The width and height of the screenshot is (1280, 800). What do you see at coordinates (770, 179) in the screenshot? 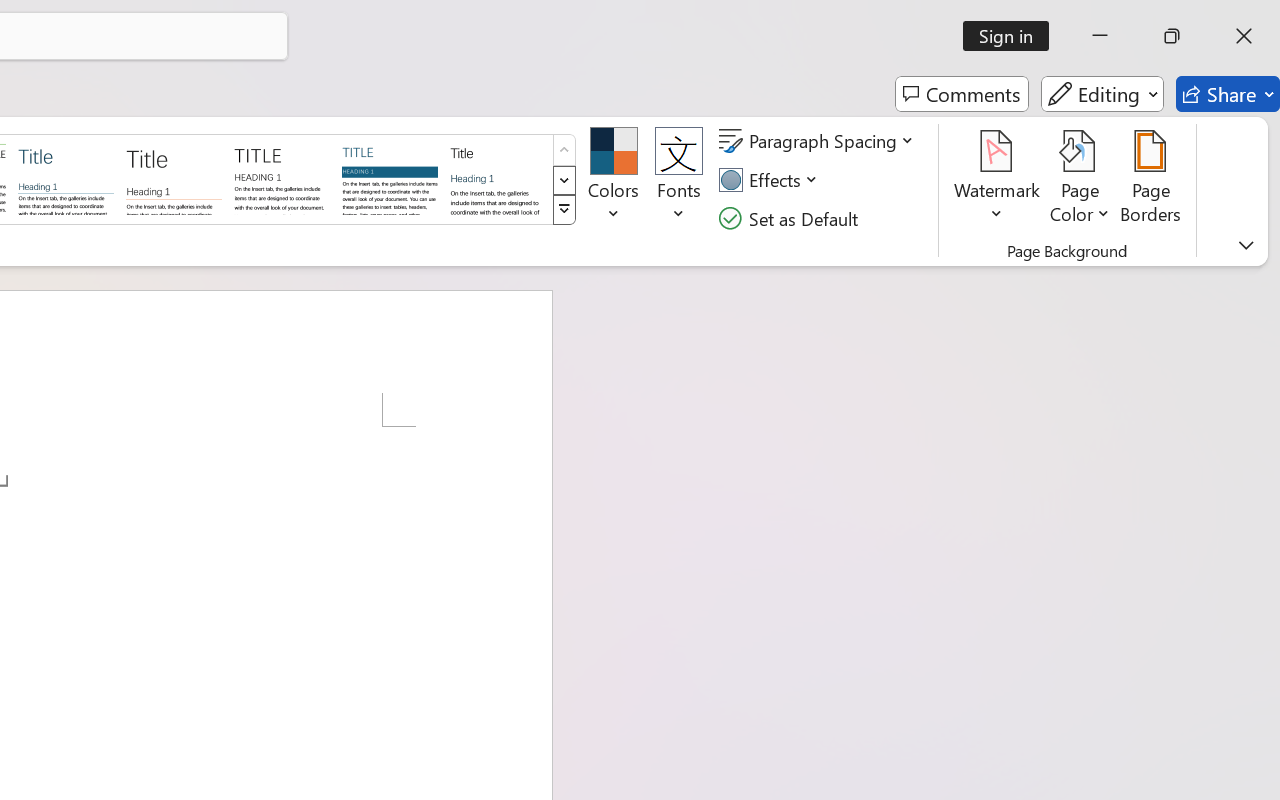
I see `'Effects'` at bounding box center [770, 179].